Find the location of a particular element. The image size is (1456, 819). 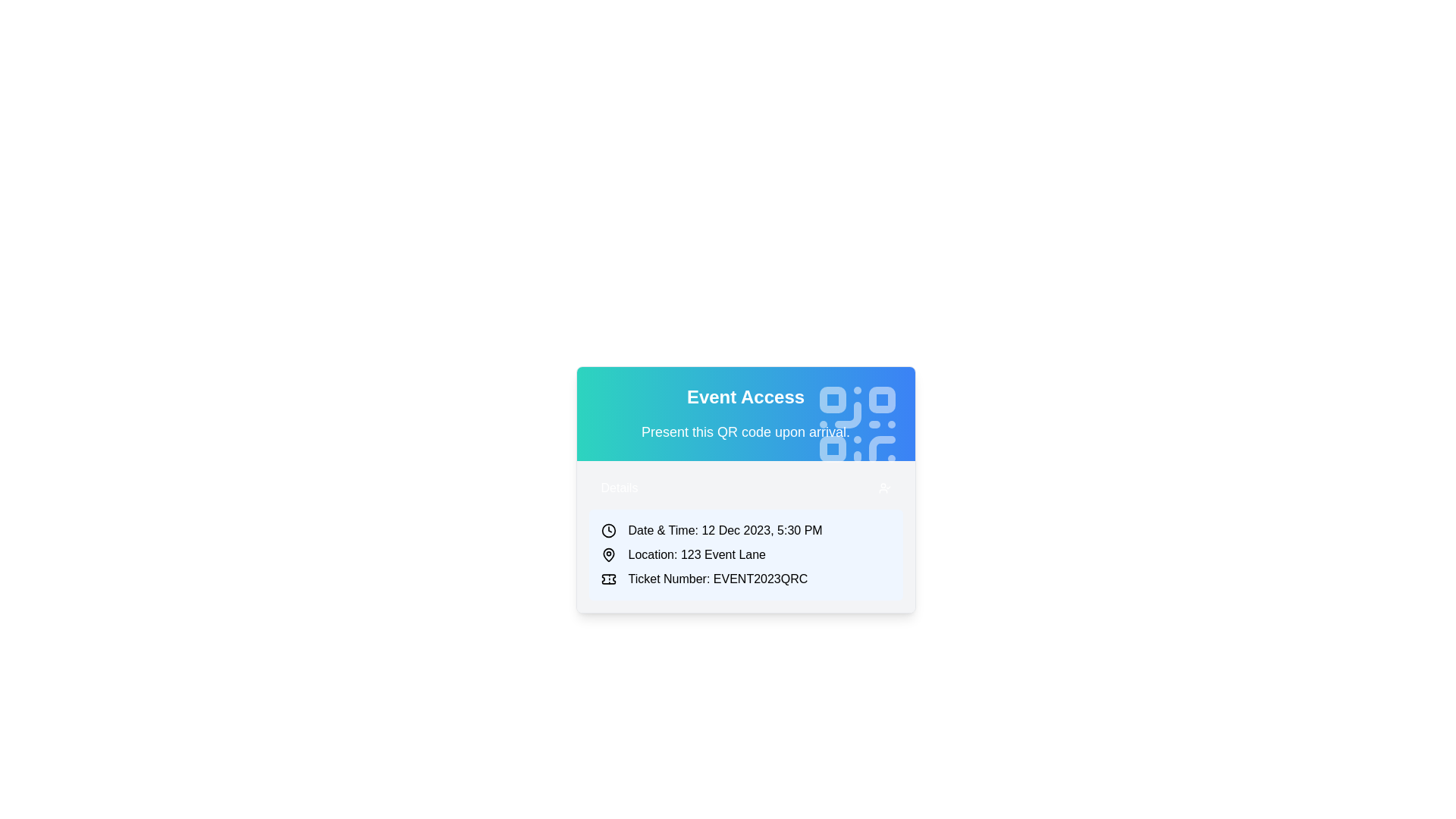

the text label styled in bold, extra-large font that says 'Event Access', located at the top section of a panel with a gradient background is located at coordinates (745, 397).